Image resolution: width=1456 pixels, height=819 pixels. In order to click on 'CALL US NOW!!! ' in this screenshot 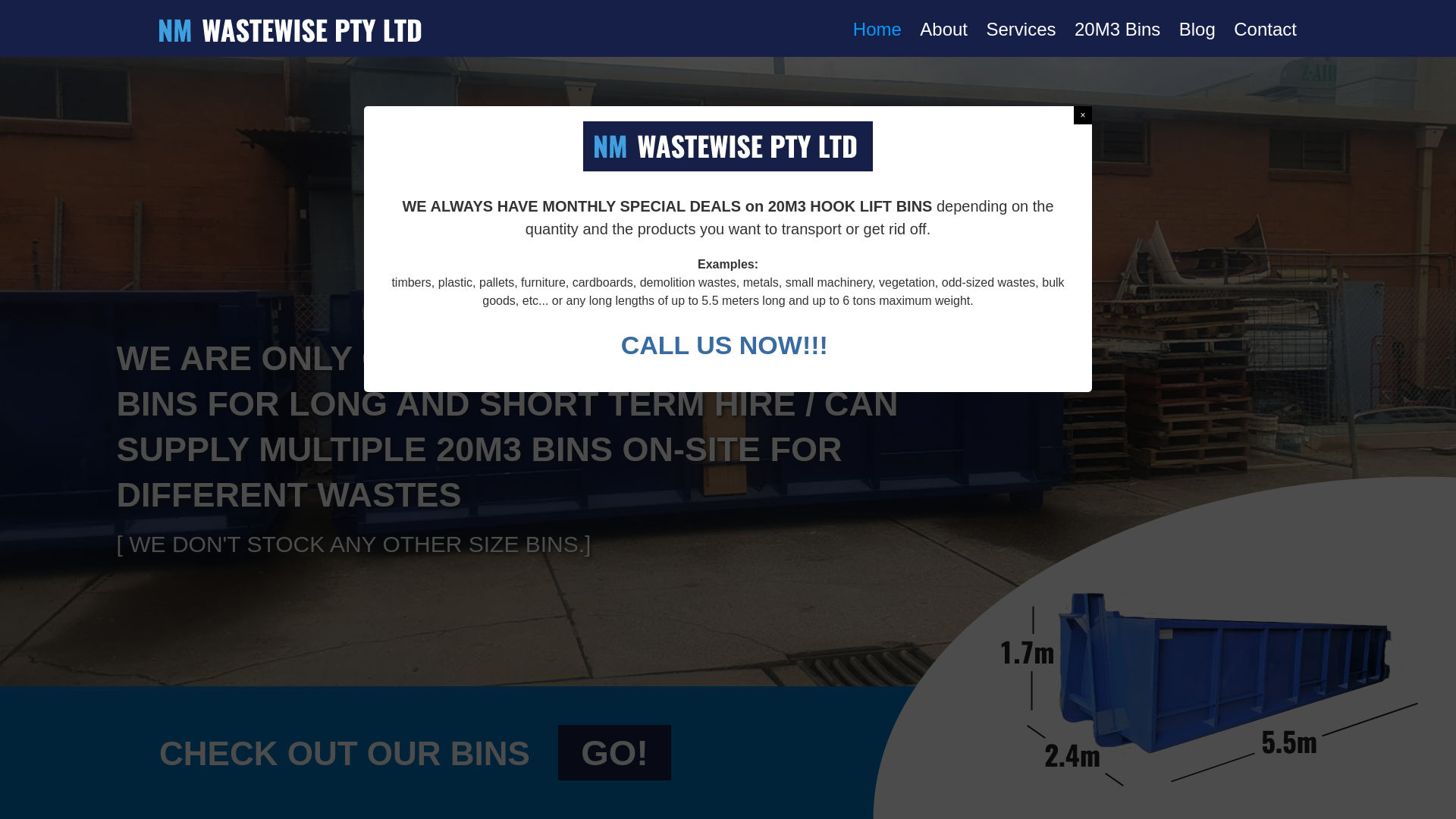, I will do `click(728, 345)`.